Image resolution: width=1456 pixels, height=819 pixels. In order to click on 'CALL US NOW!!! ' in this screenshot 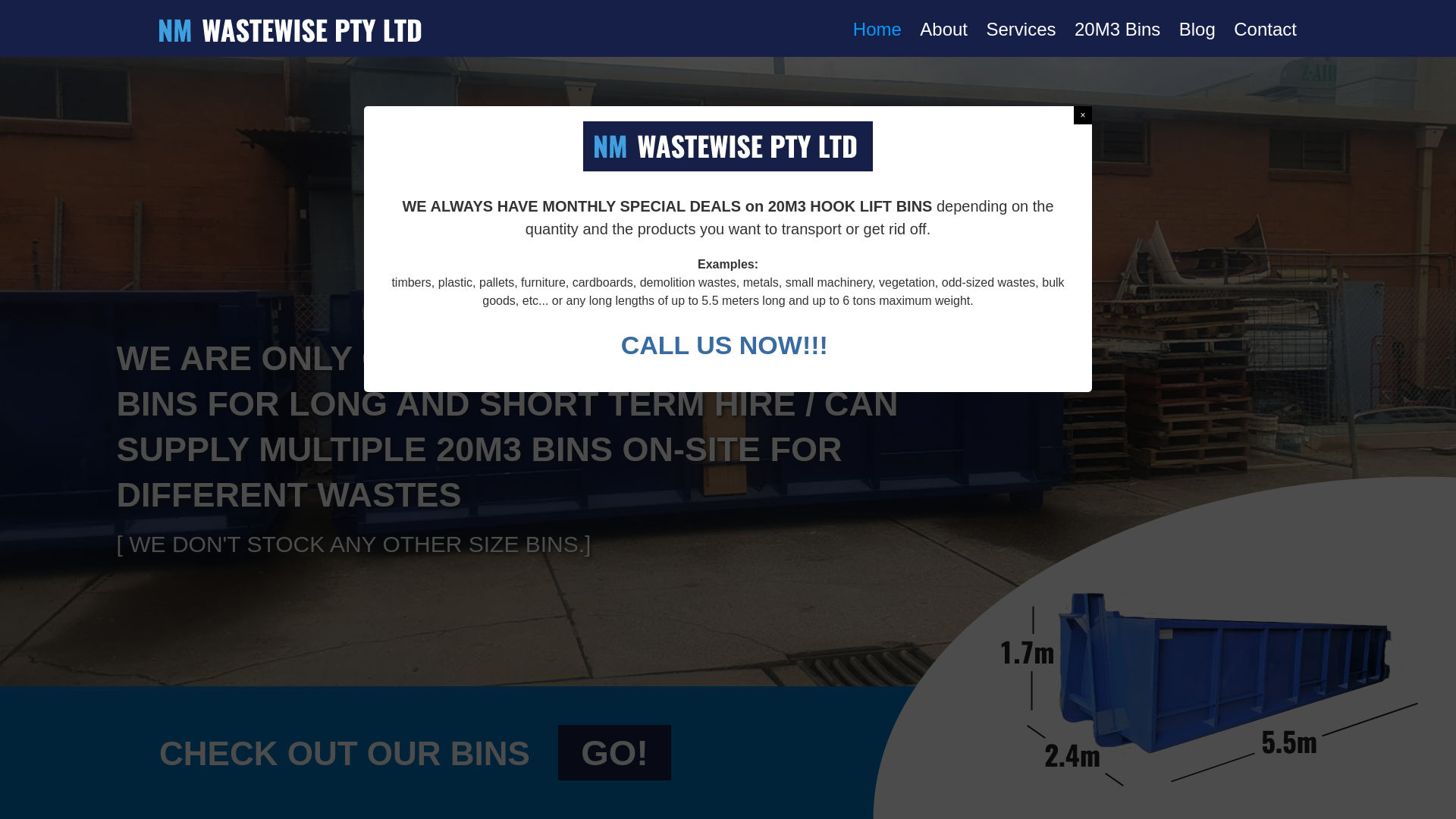, I will do `click(728, 345)`.